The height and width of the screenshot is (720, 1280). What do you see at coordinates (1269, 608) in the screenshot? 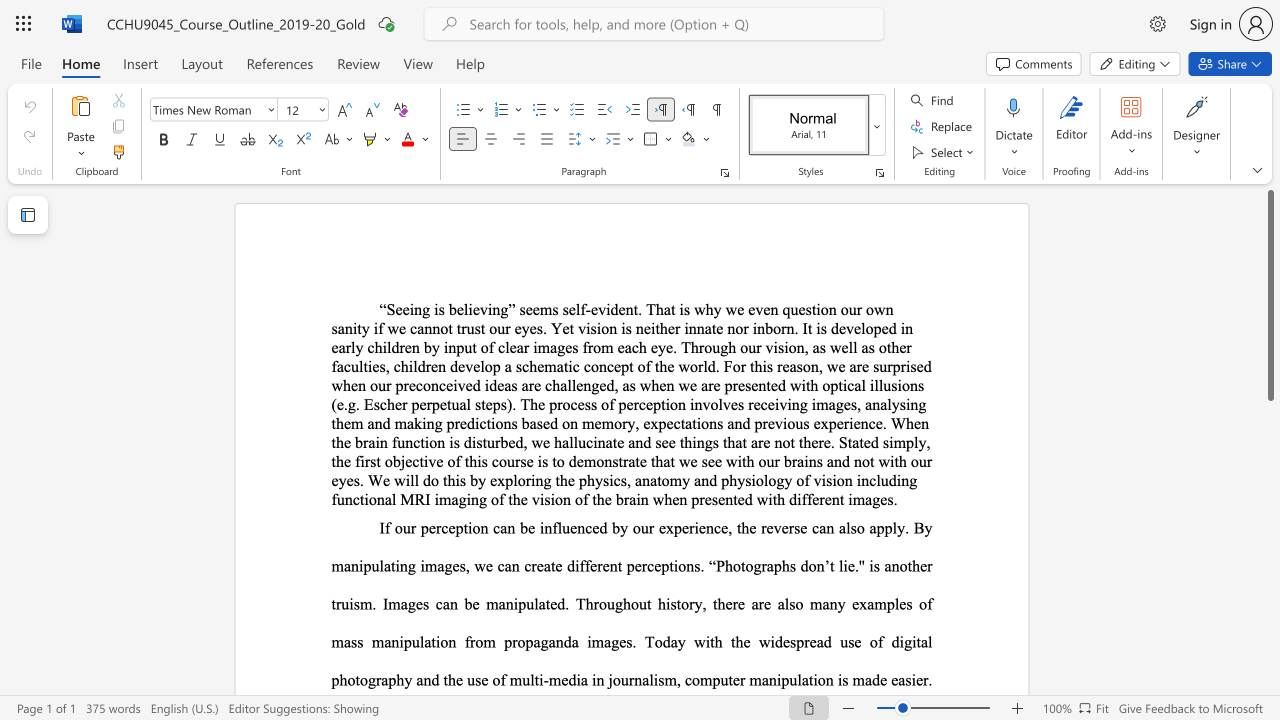
I see `the scrollbar to slide the page down` at bounding box center [1269, 608].